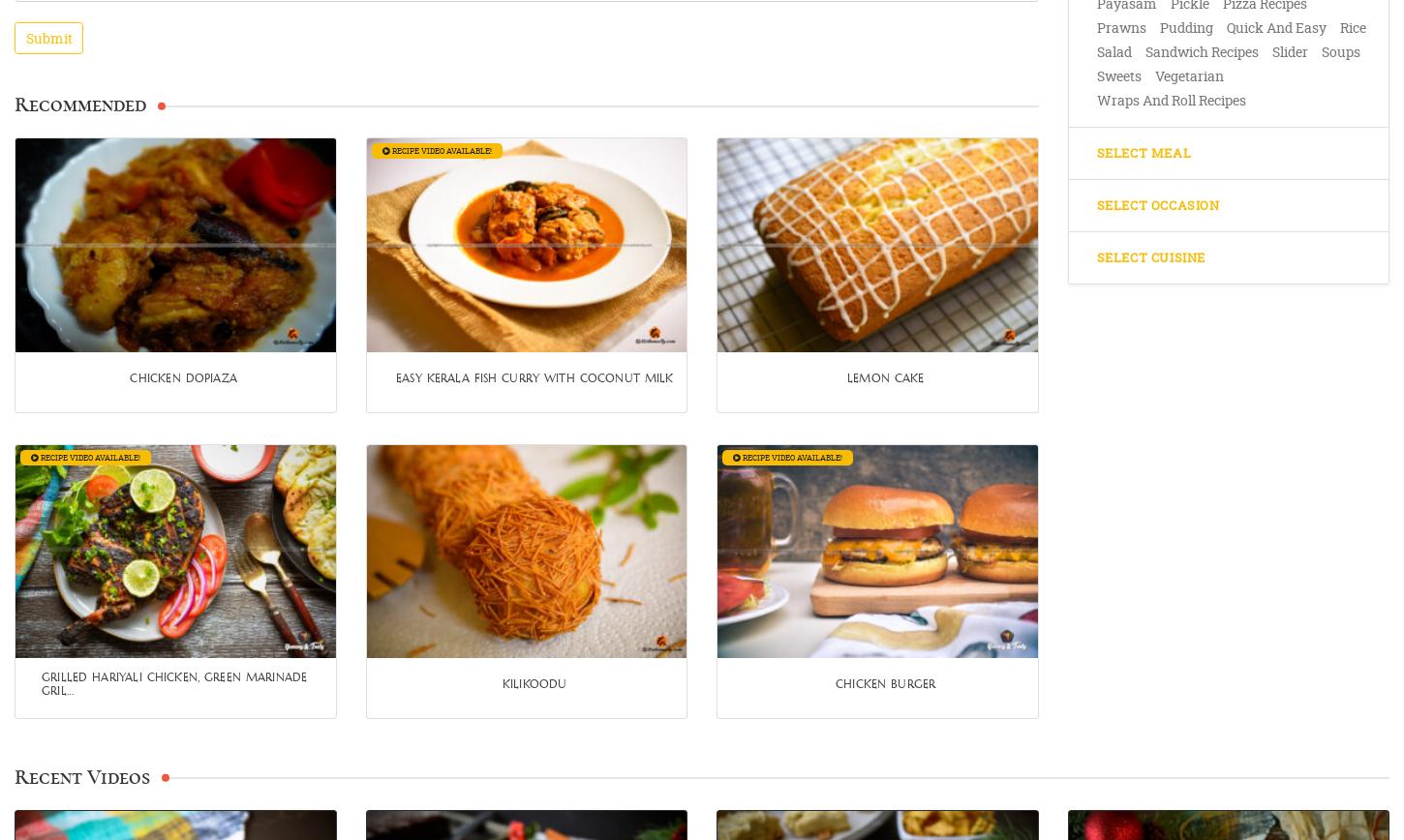 The height and width of the screenshot is (840, 1404). Describe the element at coordinates (1112, 51) in the screenshot. I see `'Salad'` at that location.